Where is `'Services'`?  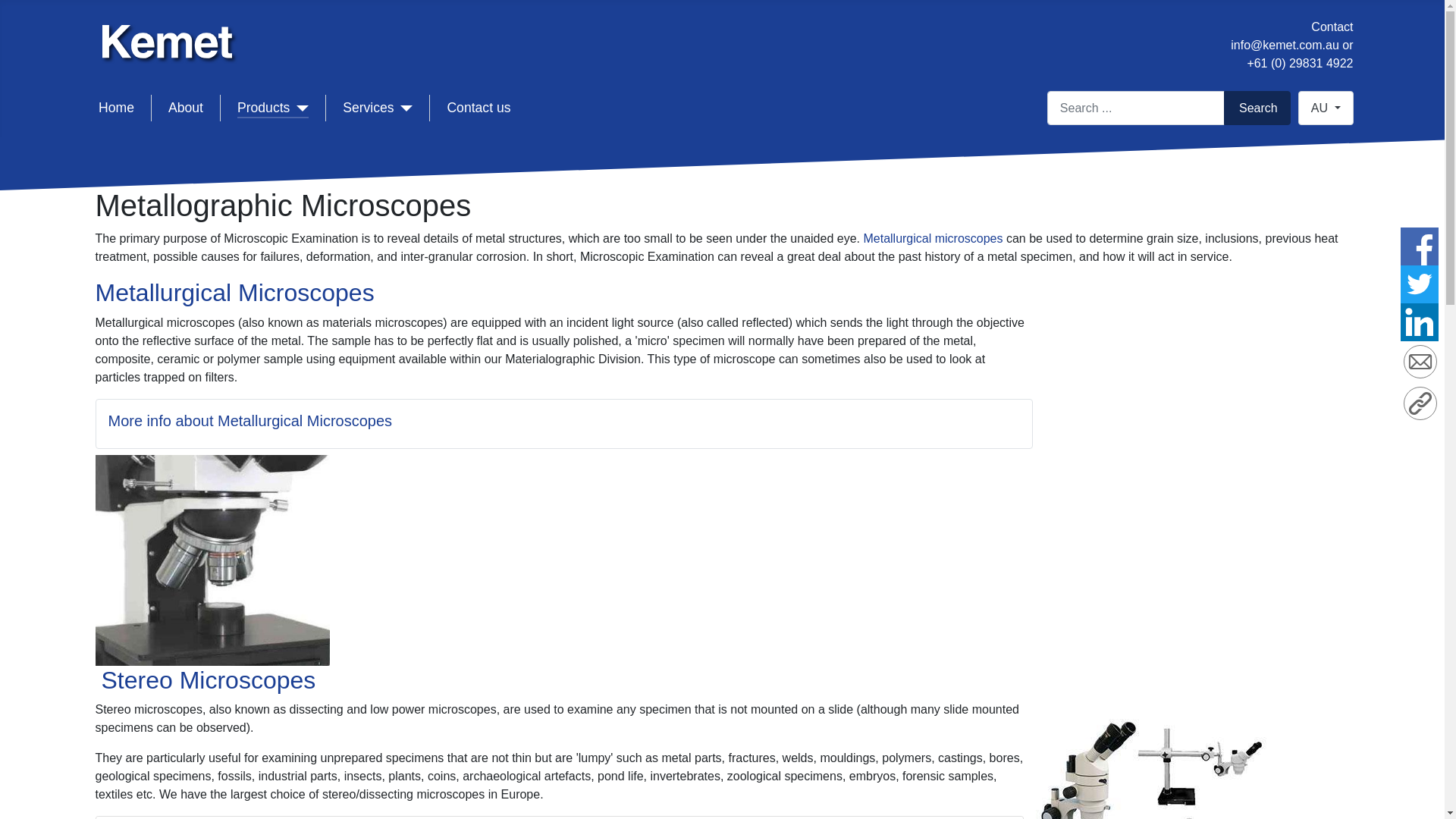
'Services' is located at coordinates (378, 107).